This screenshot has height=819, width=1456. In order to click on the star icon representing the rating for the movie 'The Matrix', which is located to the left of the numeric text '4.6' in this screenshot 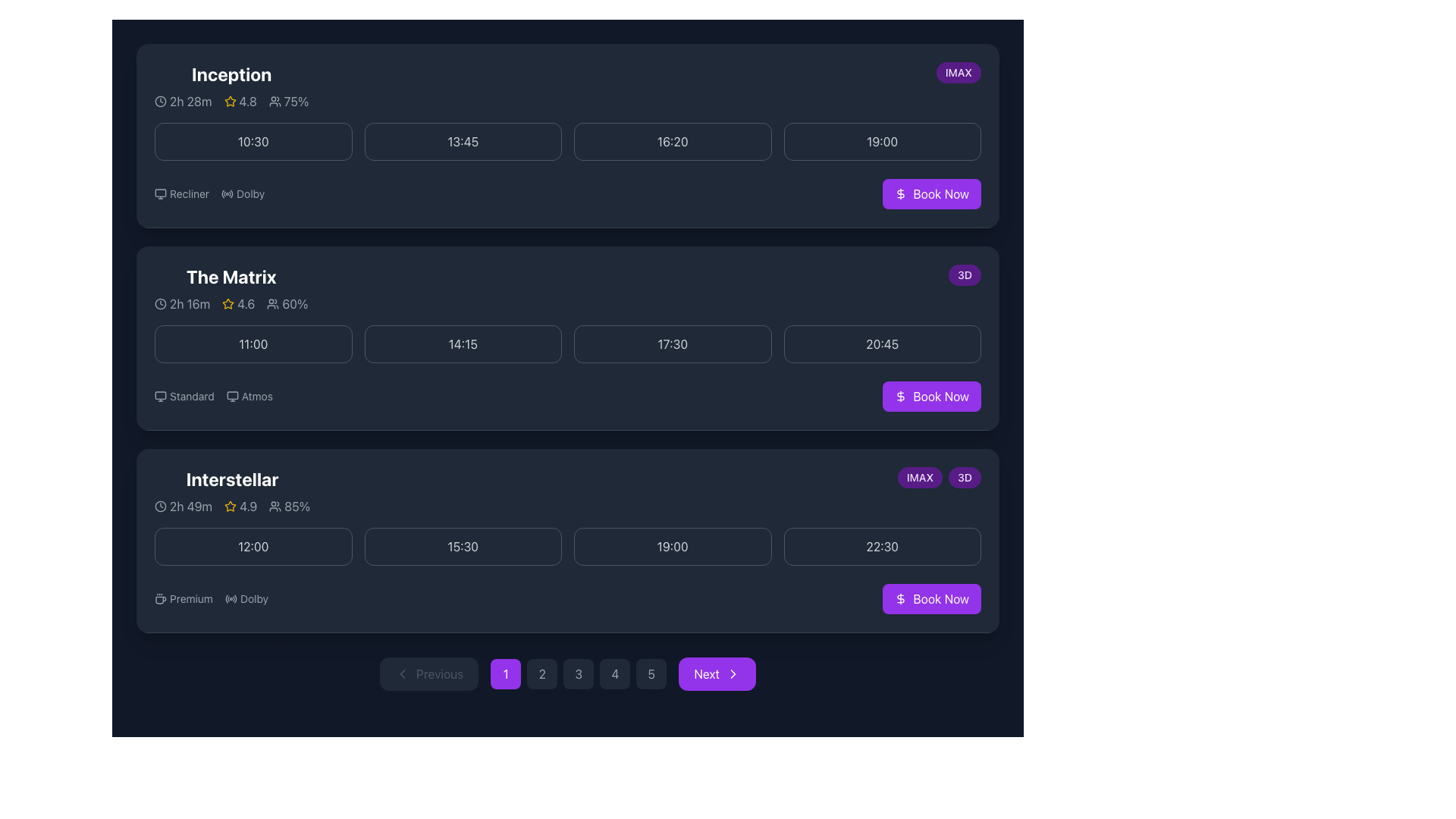, I will do `click(227, 304)`.